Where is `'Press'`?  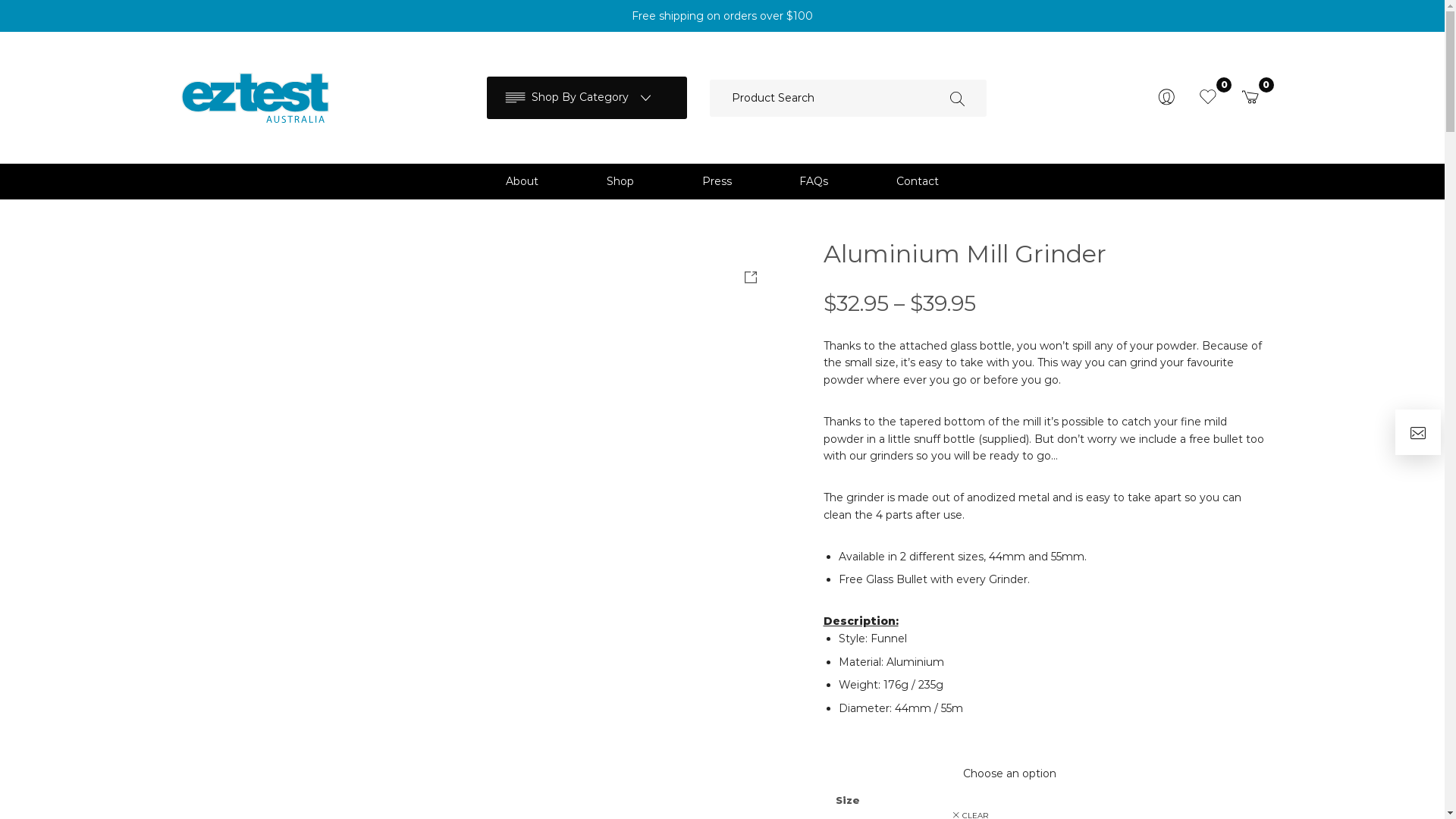
'Press' is located at coordinates (716, 180).